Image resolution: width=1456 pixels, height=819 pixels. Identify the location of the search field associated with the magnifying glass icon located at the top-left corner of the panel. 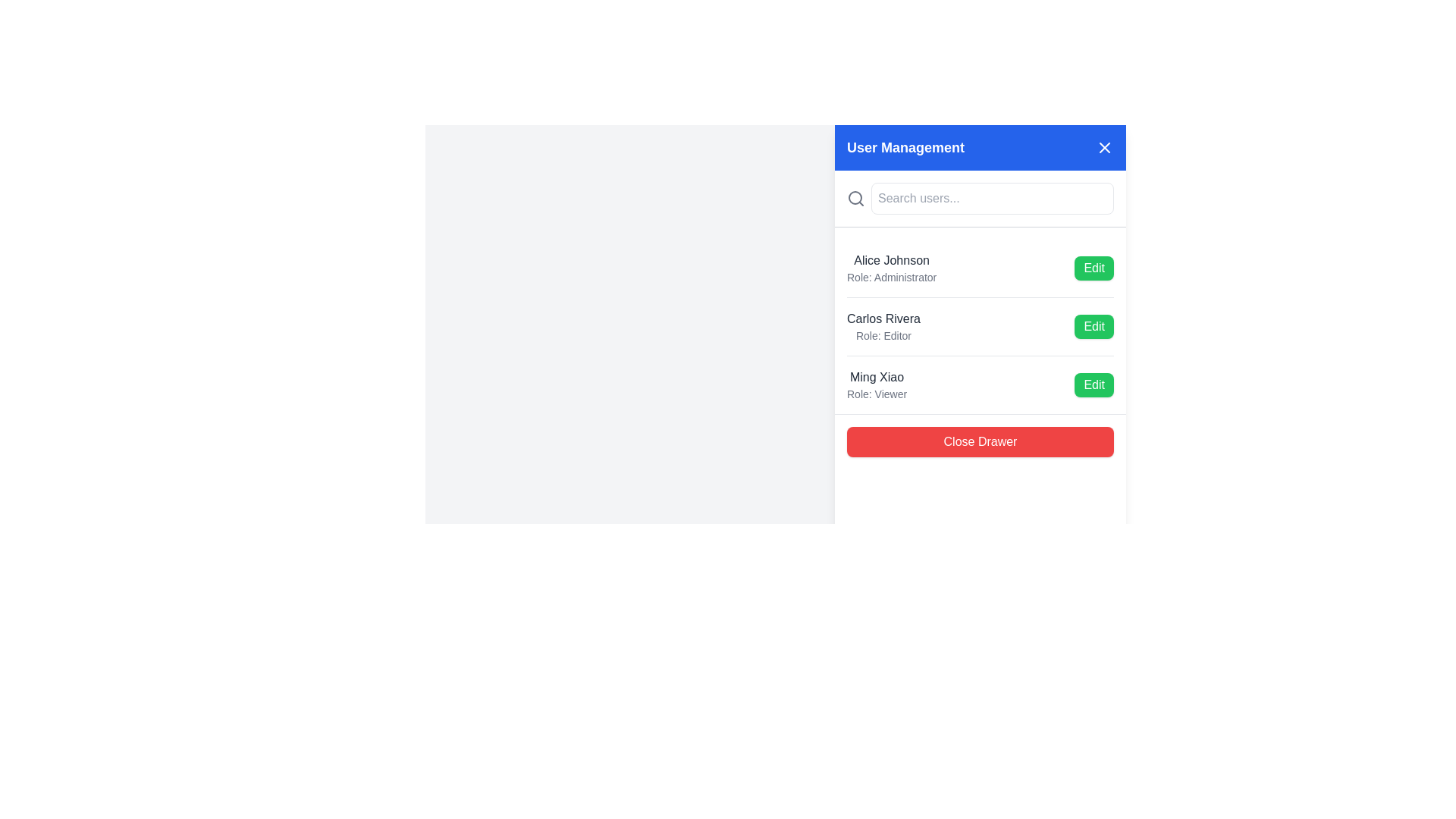
(855, 198).